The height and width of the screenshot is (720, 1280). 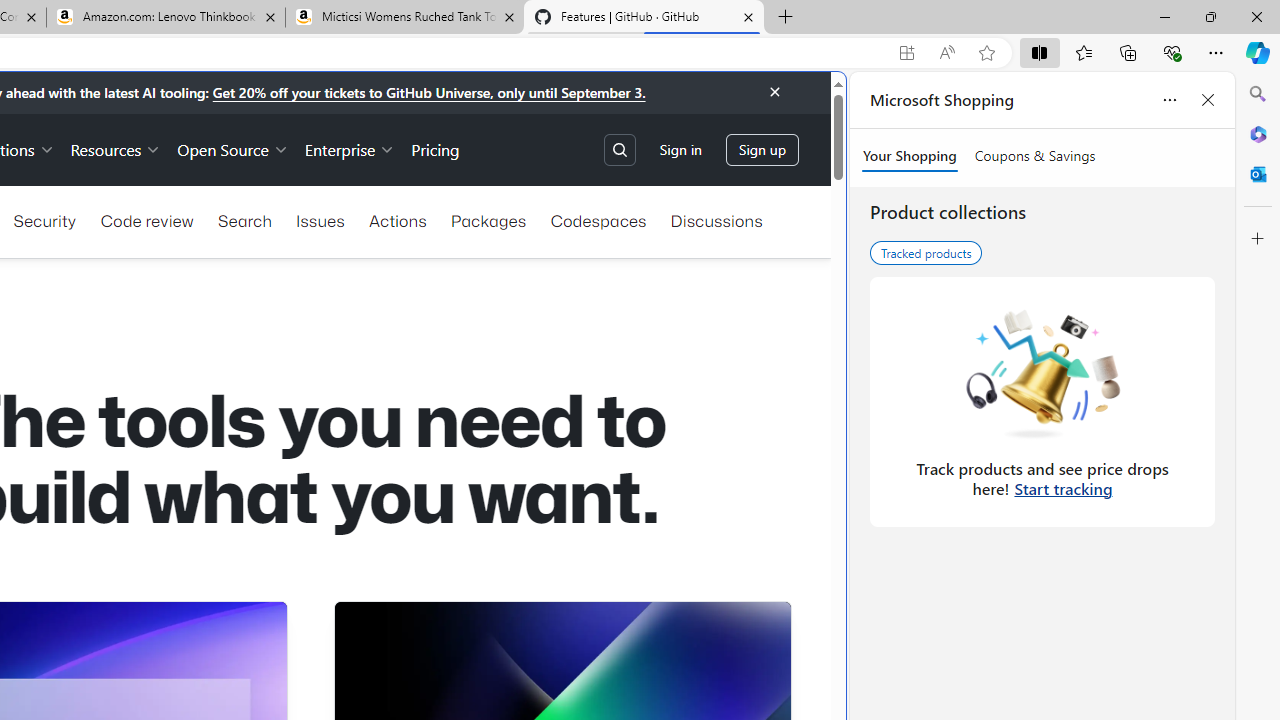 What do you see at coordinates (320, 221) in the screenshot?
I see `'Issues'` at bounding box center [320, 221].